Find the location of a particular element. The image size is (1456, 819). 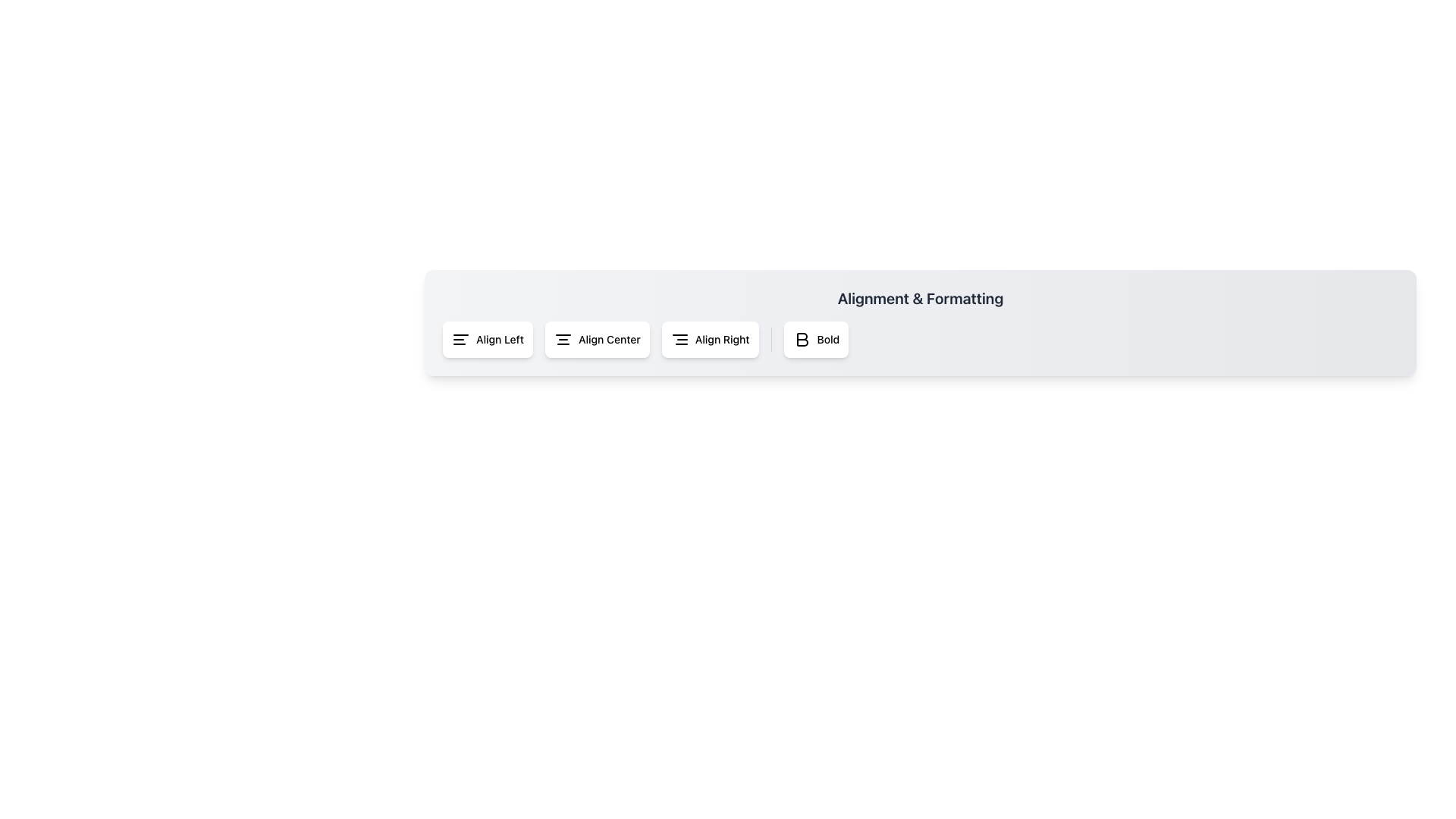

the 'Align Right' text label, which is the third button in the horizontal toolbar, styled with a smaller font size and medium weight, next to an alignment icon is located at coordinates (721, 338).